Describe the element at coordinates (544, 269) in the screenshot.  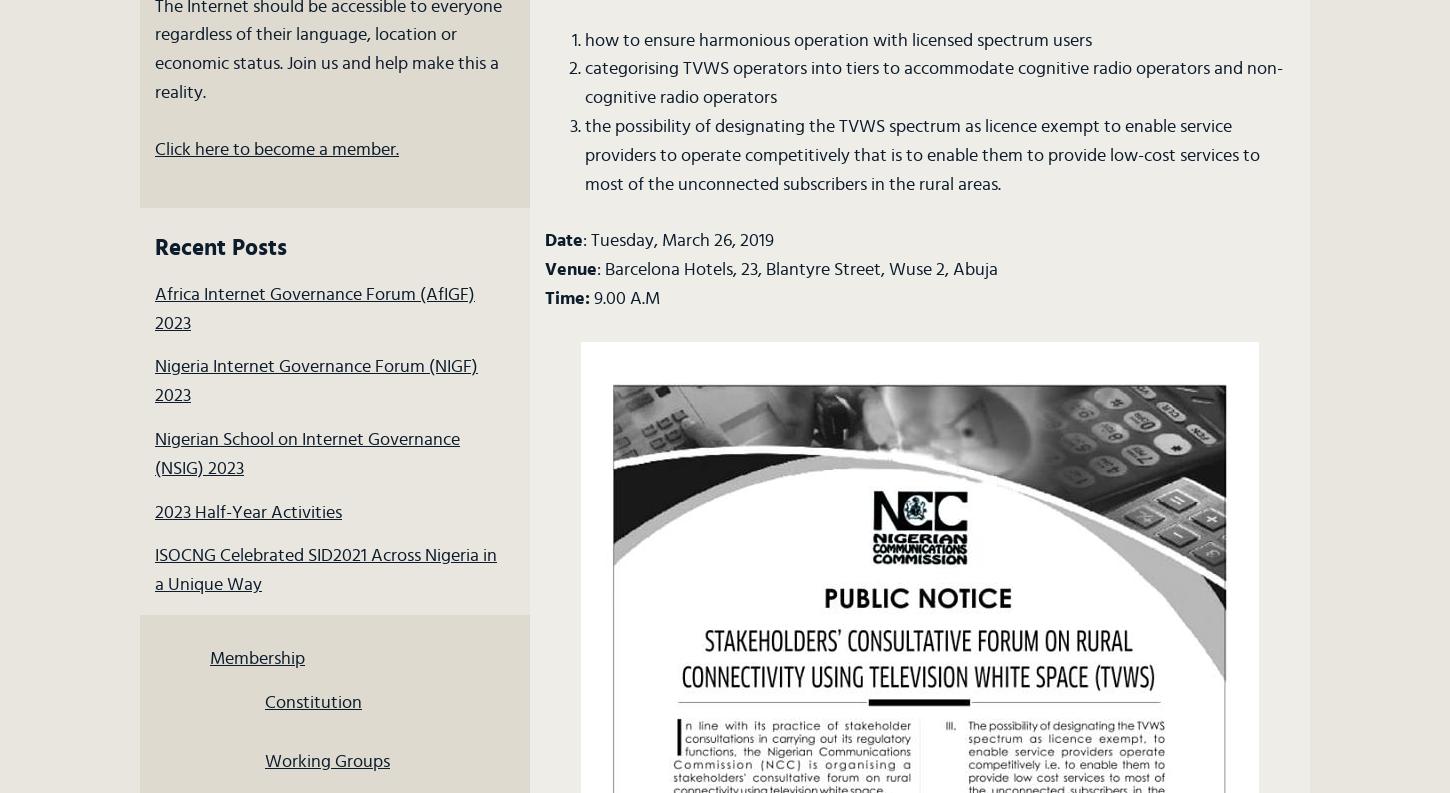
I see `'V'` at that location.